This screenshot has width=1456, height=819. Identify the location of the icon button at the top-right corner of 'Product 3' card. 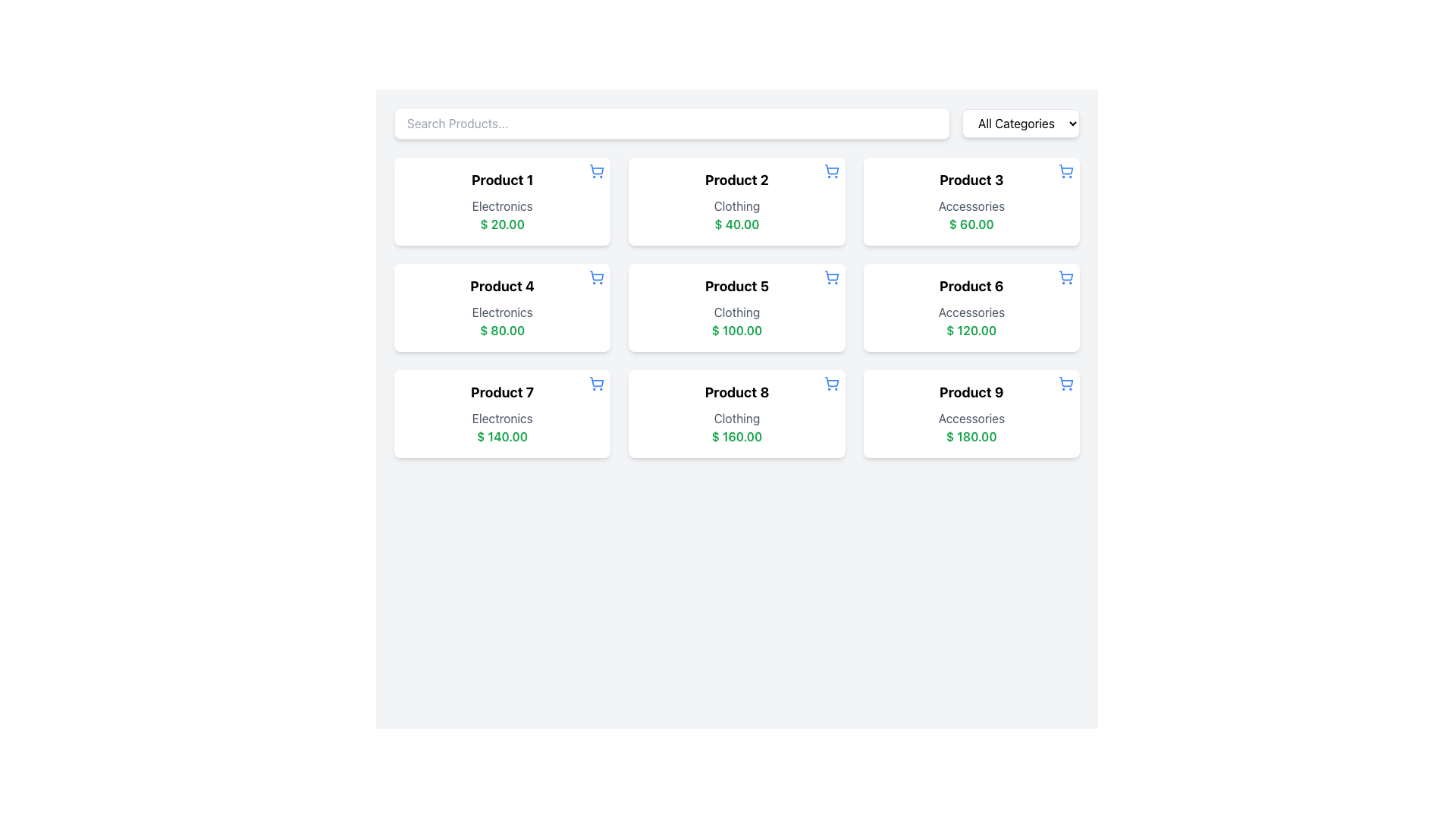
(1065, 171).